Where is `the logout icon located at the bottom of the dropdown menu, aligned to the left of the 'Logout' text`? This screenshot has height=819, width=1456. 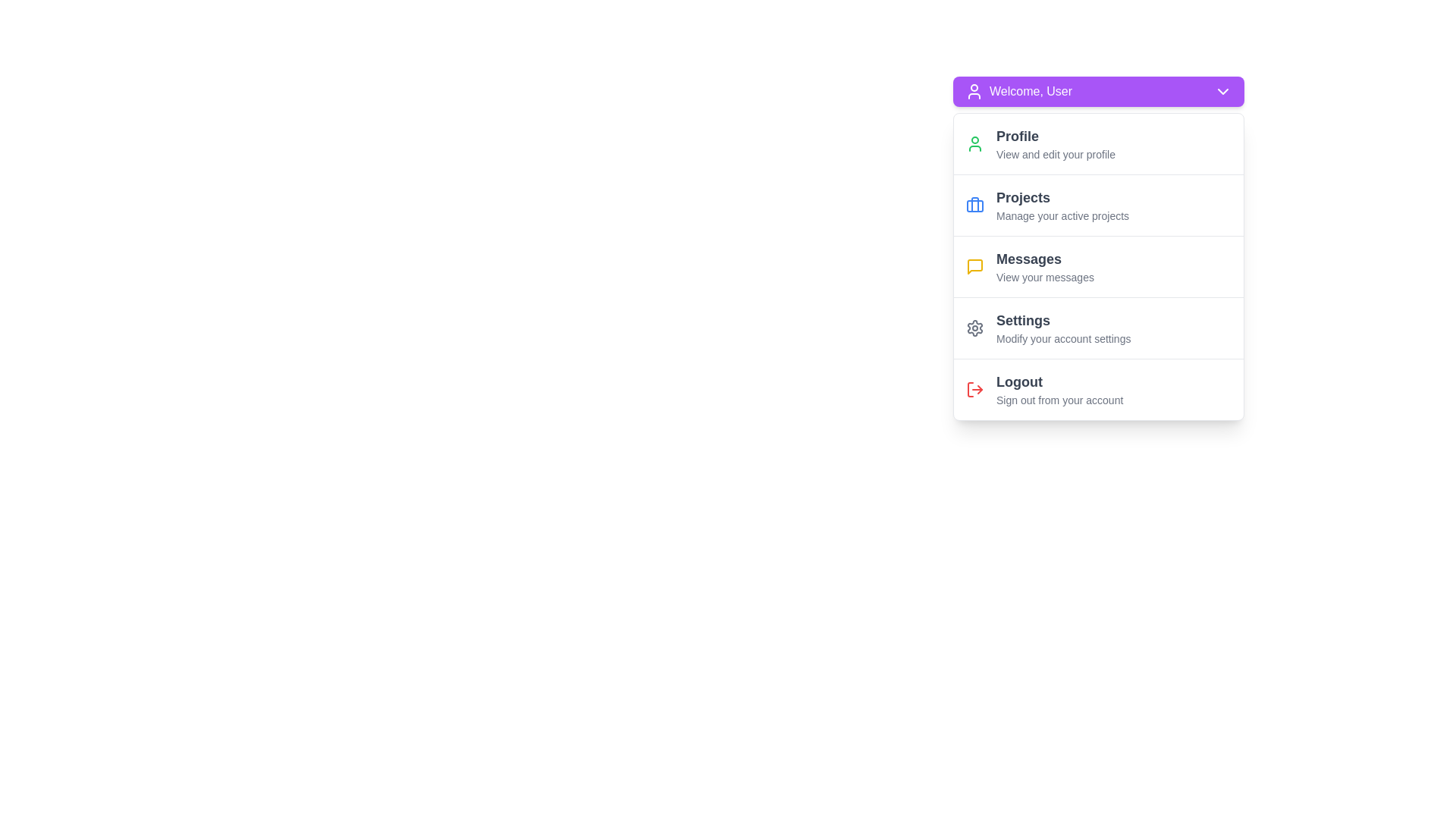
the logout icon located at the bottom of the dropdown menu, aligned to the left of the 'Logout' text is located at coordinates (975, 388).